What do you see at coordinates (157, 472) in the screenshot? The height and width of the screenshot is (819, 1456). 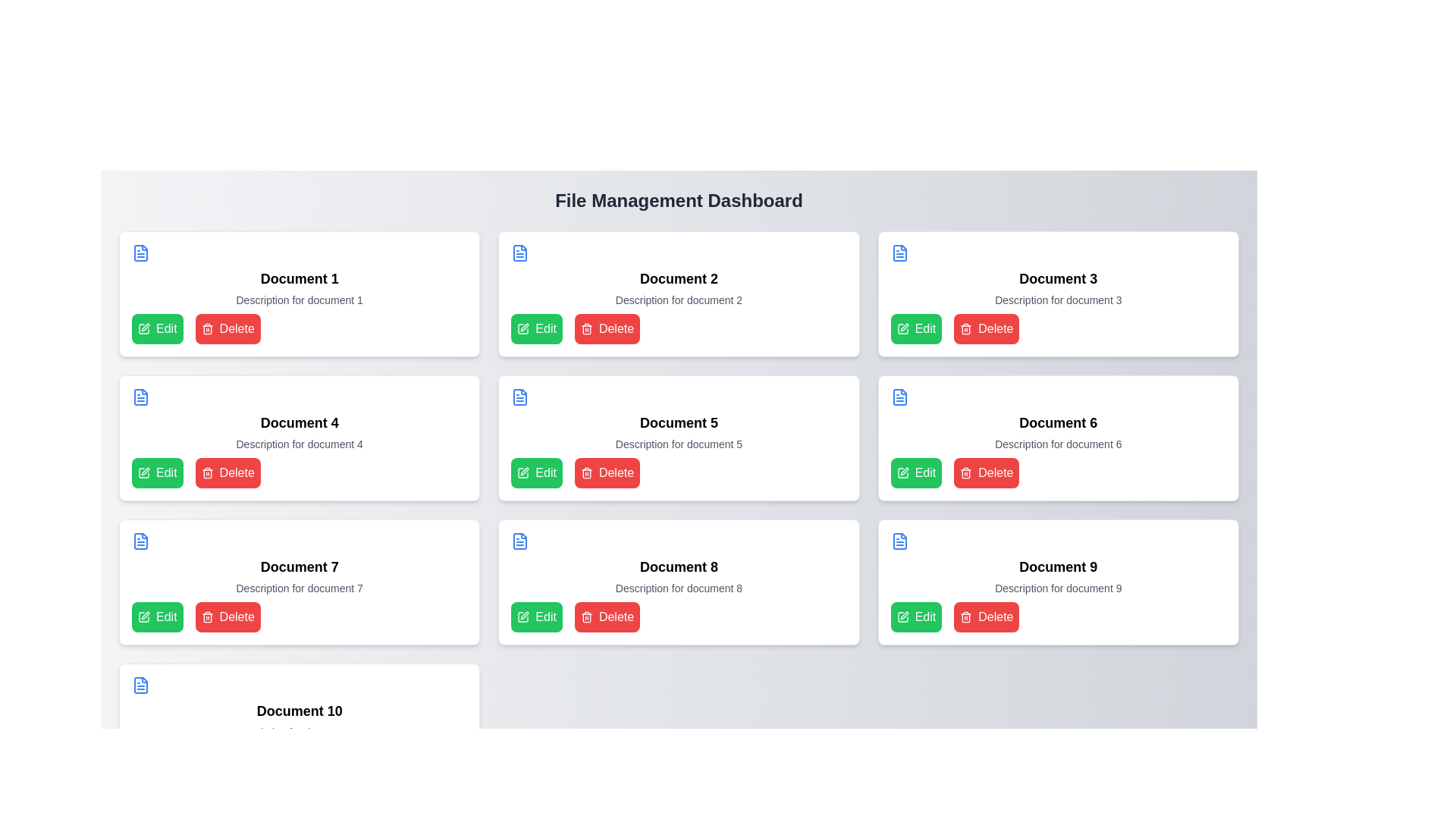 I see `the button` at bounding box center [157, 472].